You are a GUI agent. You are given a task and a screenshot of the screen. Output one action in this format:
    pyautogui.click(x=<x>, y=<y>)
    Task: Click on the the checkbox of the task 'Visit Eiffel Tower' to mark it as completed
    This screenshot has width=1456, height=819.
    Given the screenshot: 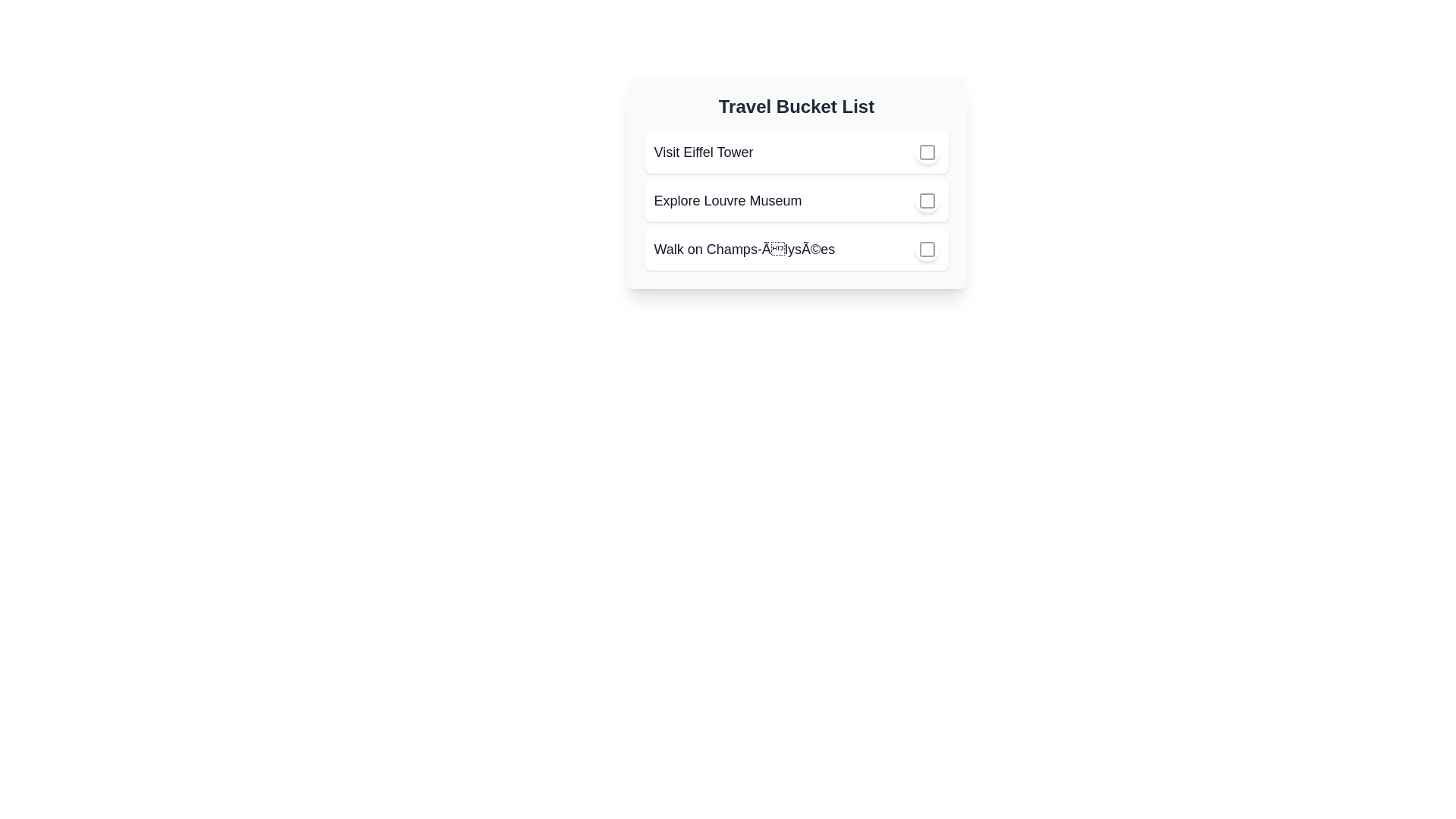 What is the action you would take?
    pyautogui.click(x=926, y=152)
    